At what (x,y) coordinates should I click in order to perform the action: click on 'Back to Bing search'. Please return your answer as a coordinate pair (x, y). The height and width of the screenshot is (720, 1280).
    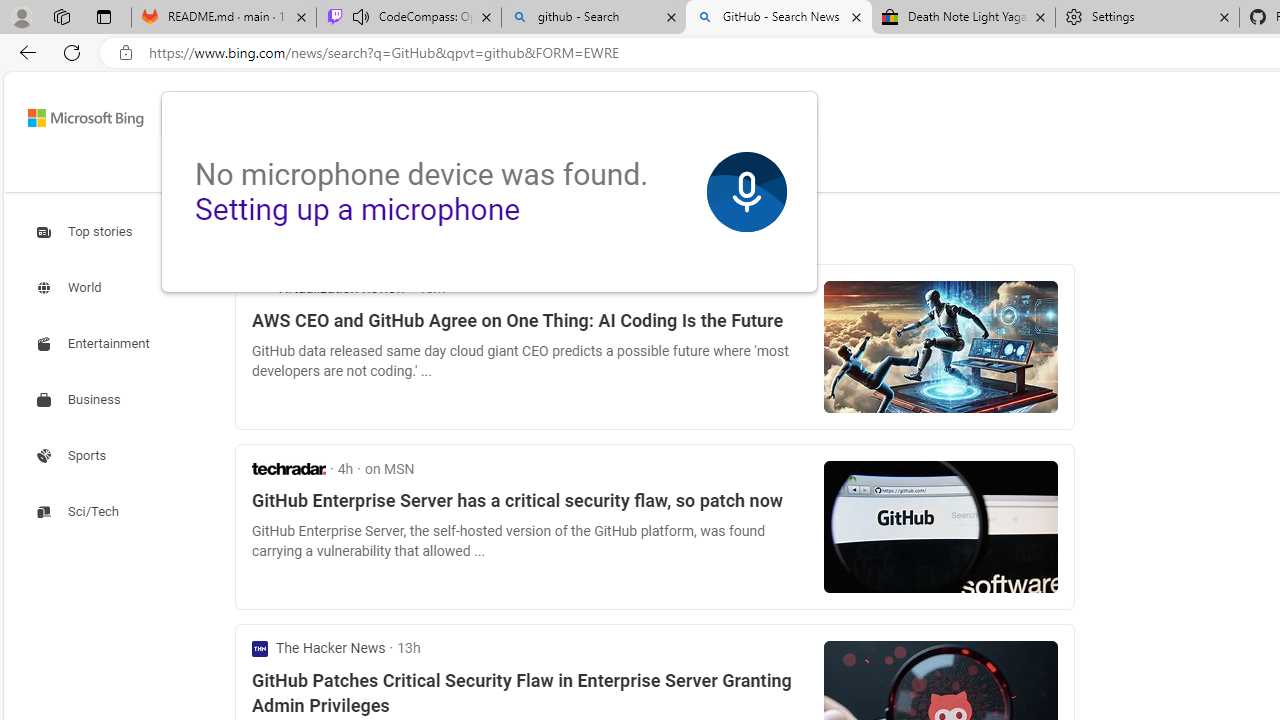
    Looking at the image, I should click on (73, 114).